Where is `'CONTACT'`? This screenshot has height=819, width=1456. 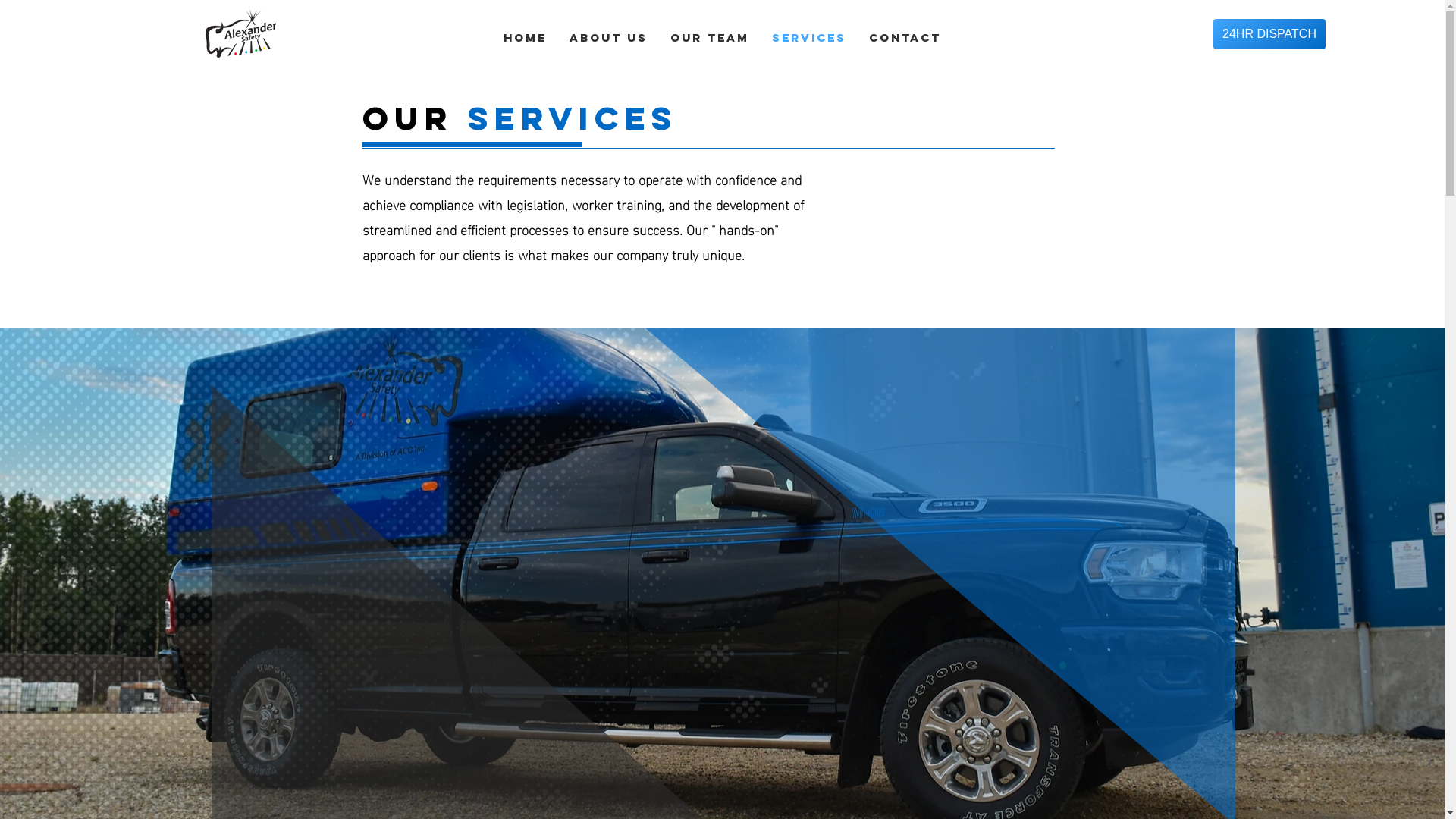
'CONTACT' is located at coordinates (905, 37).